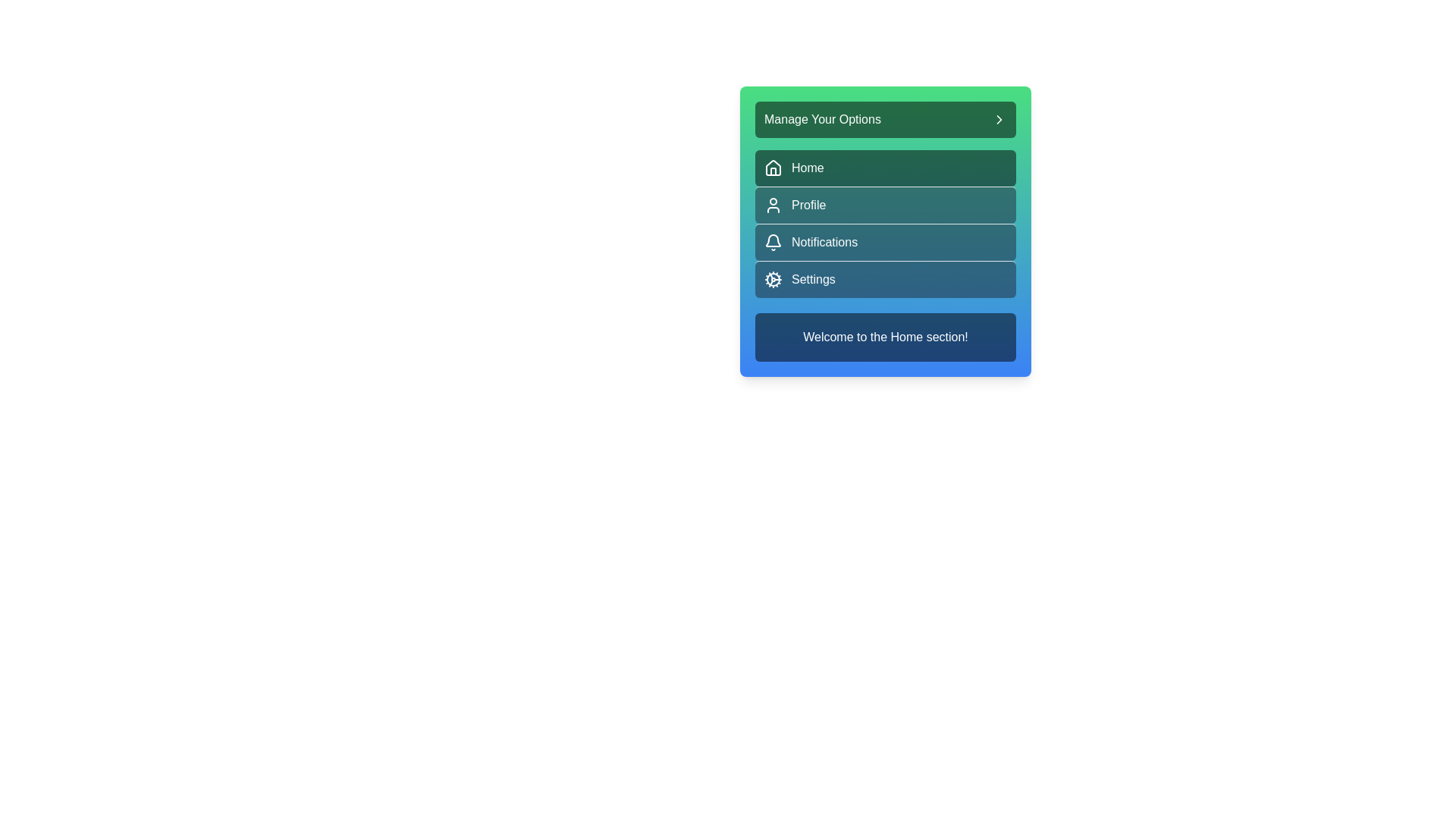 Image resolution: width=1456 pixels, height=819 pixels. What do you see at coordinates (773, 205) in the screenshot?
I see `the user icon styled as a minimalist silhouette of a person, located within the 'Profile' entry of the menu, positioned to the left of the text 'Profile'` at bounding box center [773, 205].